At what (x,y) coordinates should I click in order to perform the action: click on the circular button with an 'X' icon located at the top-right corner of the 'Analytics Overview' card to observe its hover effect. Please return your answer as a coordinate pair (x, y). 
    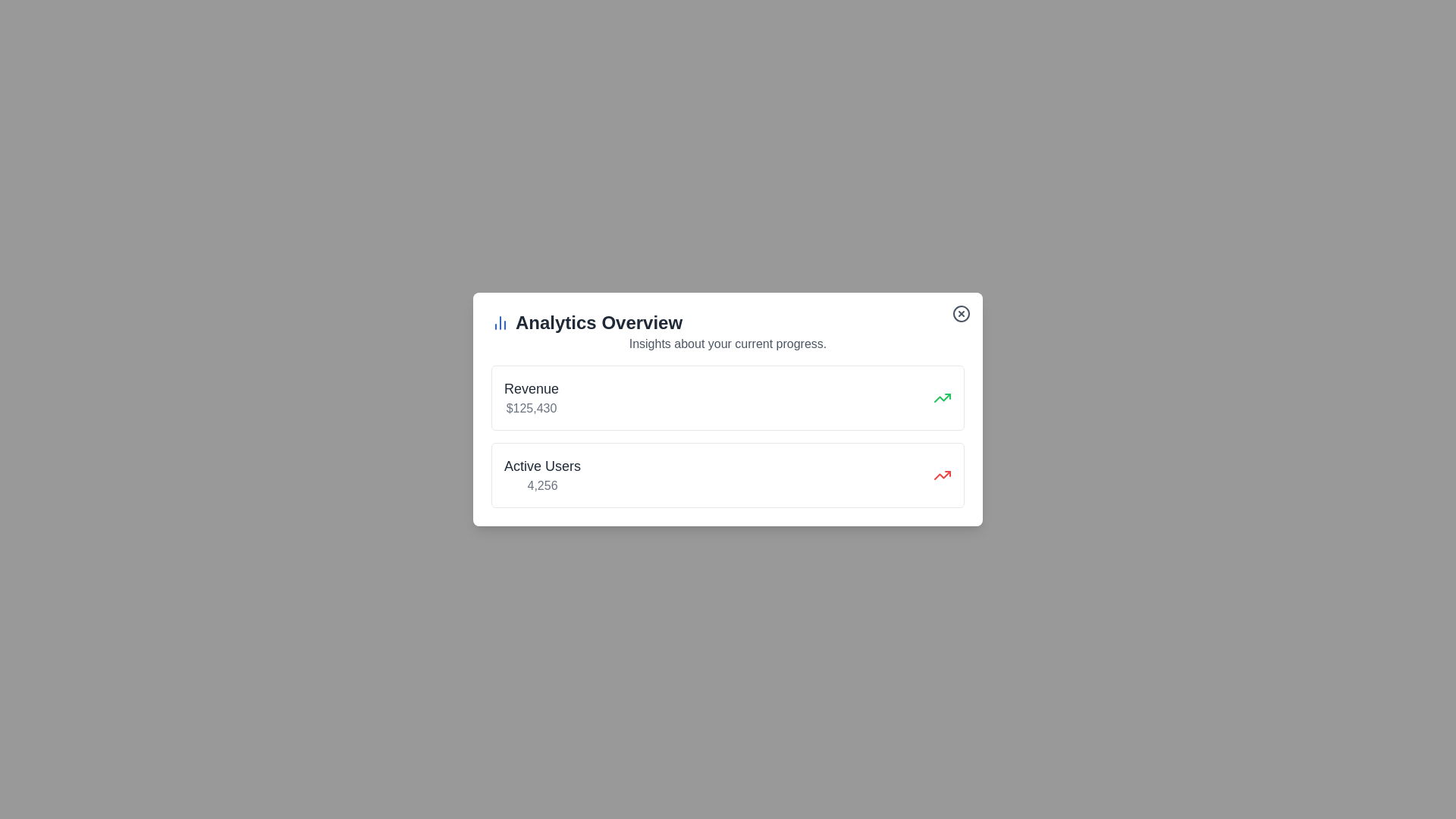
    Looking at the image, I should click on (960, 312).